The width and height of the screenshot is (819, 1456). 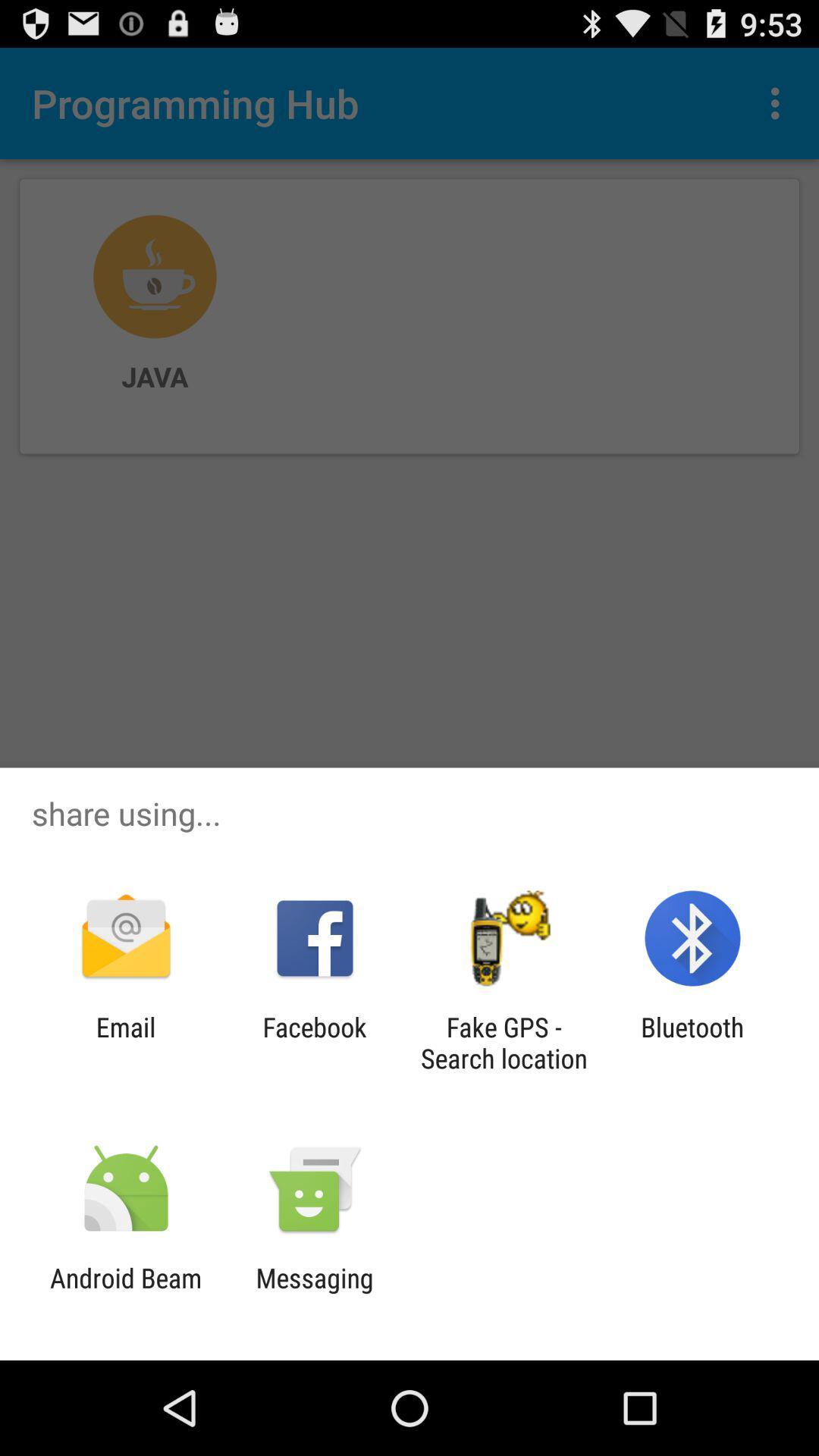 What do you see at coordinates (504, 1042) in the screenshot?
I see `the icon to the left of the bluetooth item` at bounding box center [504, 1042].